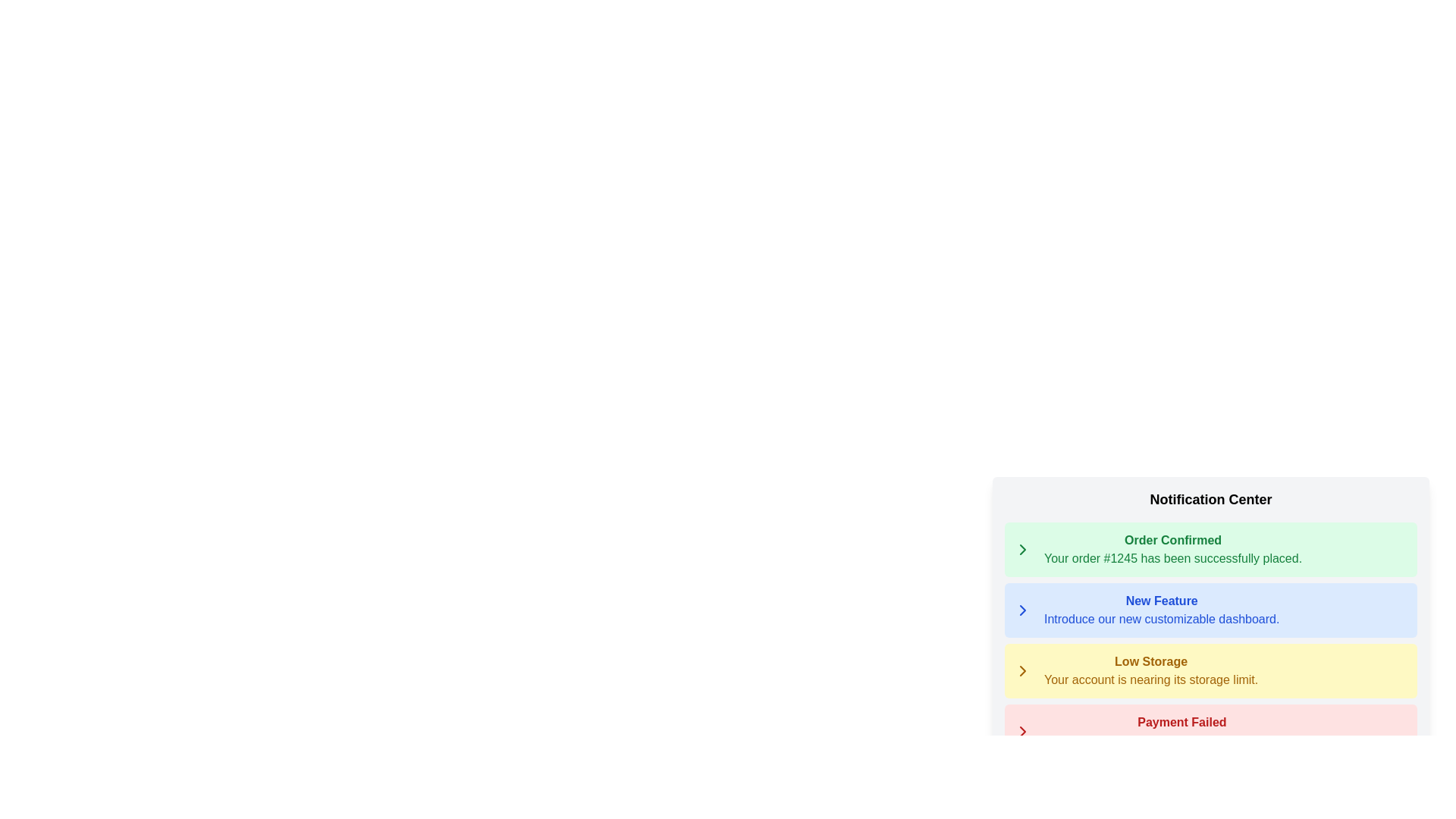 This screenshot has height=819, width=1456. Describe the element at coordinates (1151, 679) in the screenshot. I see `text label displaying the message 'Your account is nearing its storage limit.' located below the 'Low Storage' header in the notification card` at that location.